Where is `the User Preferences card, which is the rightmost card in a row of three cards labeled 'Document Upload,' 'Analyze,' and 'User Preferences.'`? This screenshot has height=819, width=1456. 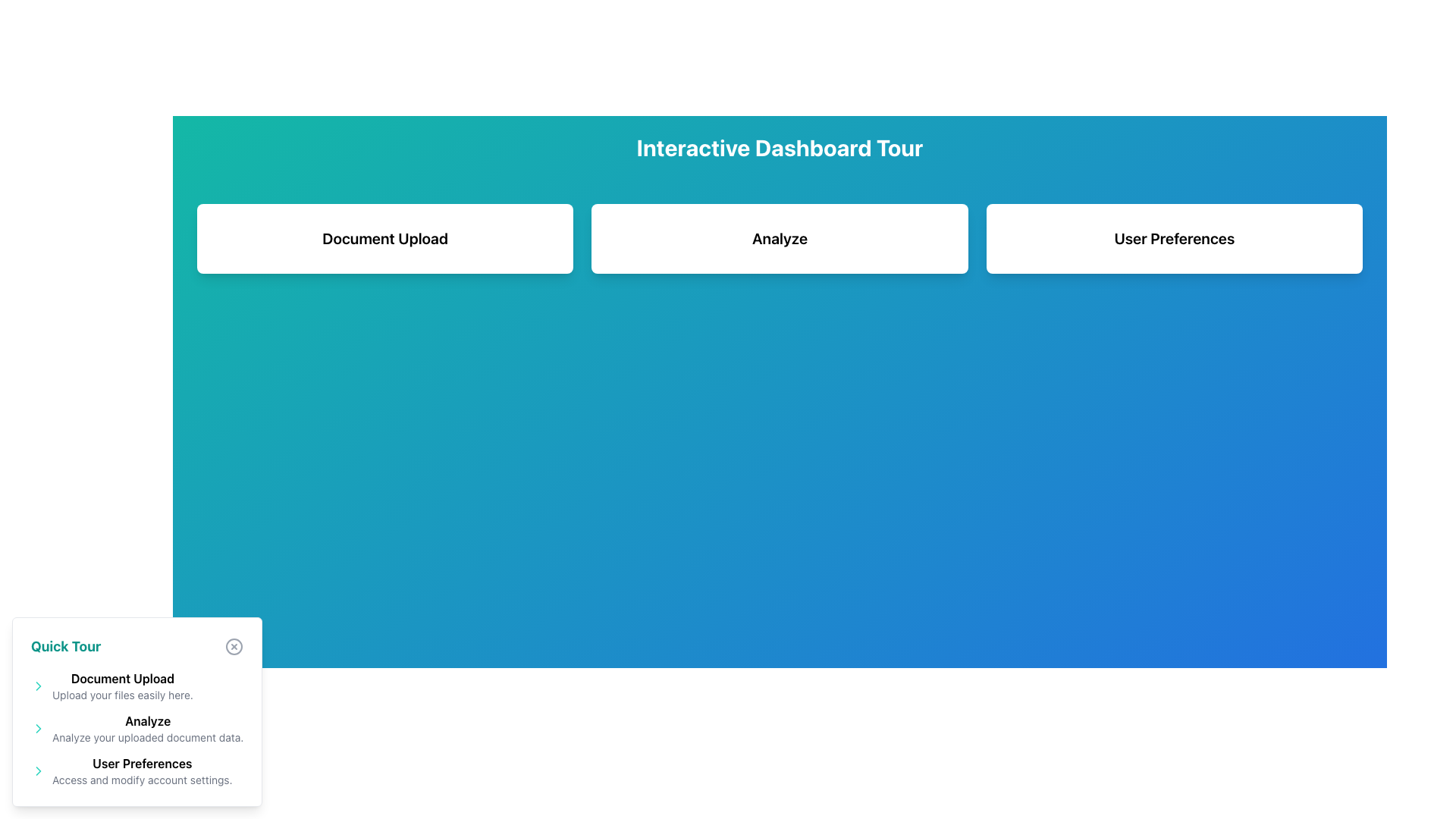 the User Preferences card, which is the rightmost card in a row of three cards labeled 'Document Upload,' 'Analyze,' and 'User Preferences.' is located at coordinates (1173, 239).